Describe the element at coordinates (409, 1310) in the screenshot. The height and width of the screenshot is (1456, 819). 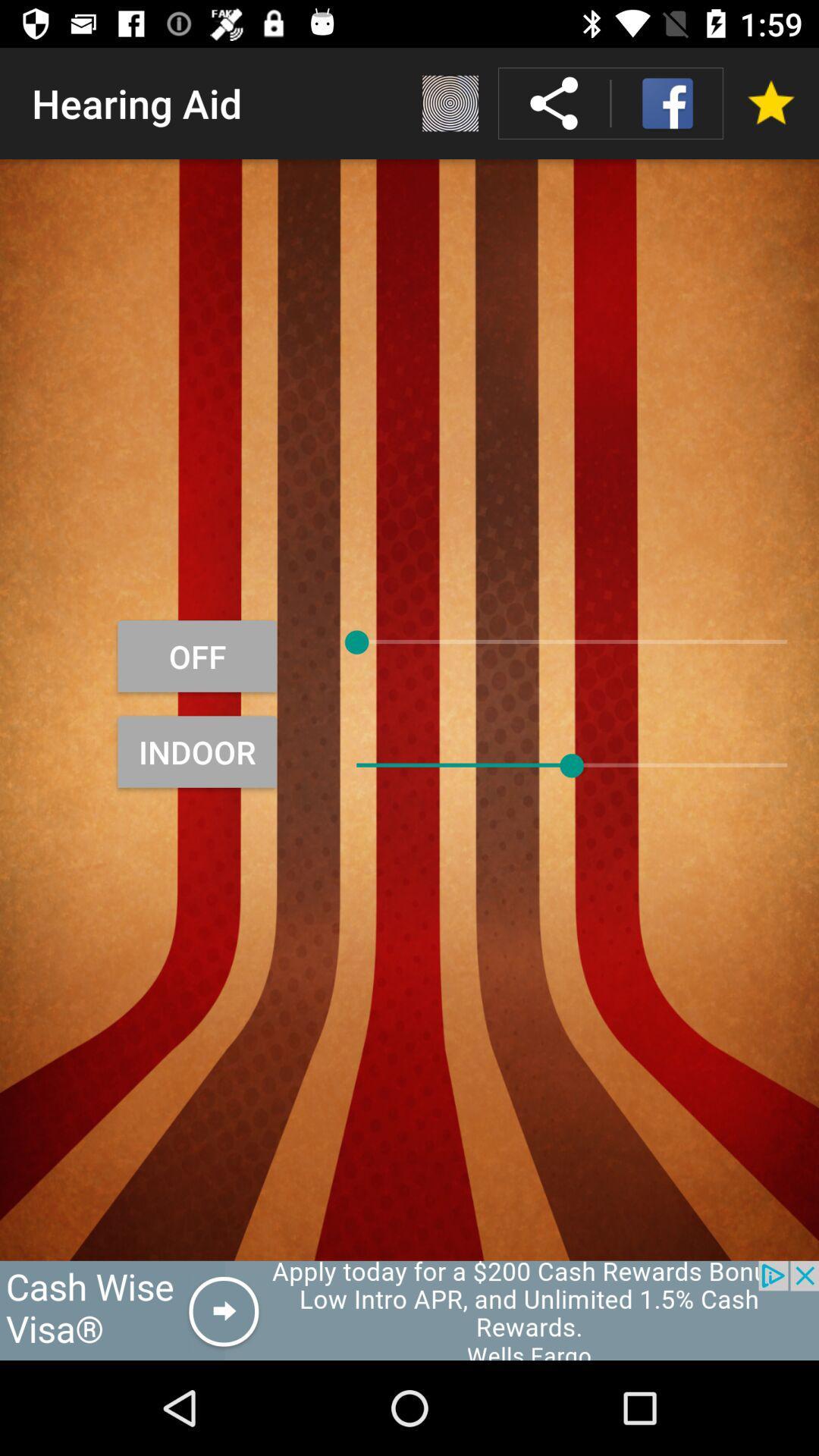
I see `click advertisement` at that location.